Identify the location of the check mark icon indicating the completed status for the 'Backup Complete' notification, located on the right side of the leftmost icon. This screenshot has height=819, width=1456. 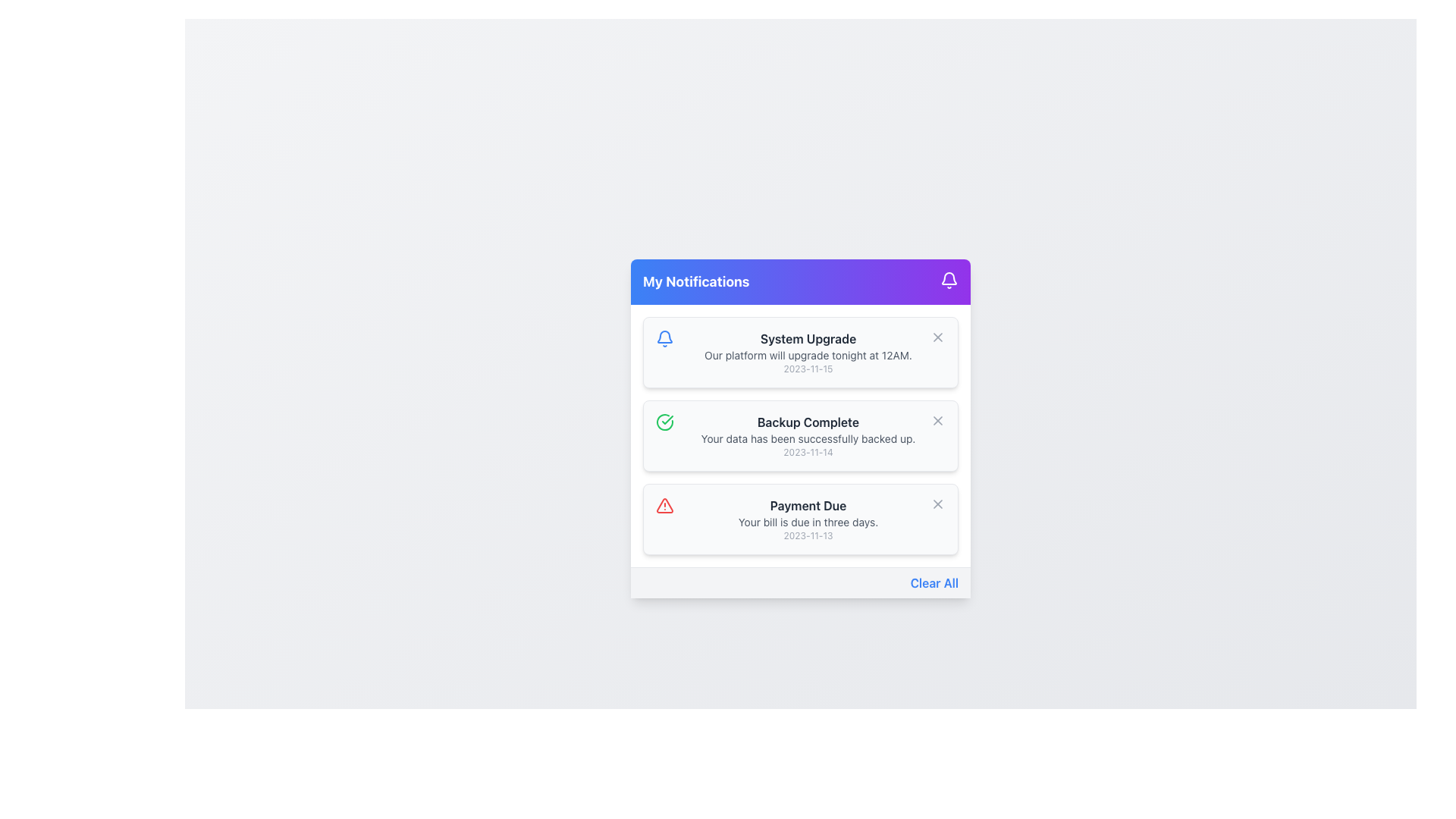
(667, 419).